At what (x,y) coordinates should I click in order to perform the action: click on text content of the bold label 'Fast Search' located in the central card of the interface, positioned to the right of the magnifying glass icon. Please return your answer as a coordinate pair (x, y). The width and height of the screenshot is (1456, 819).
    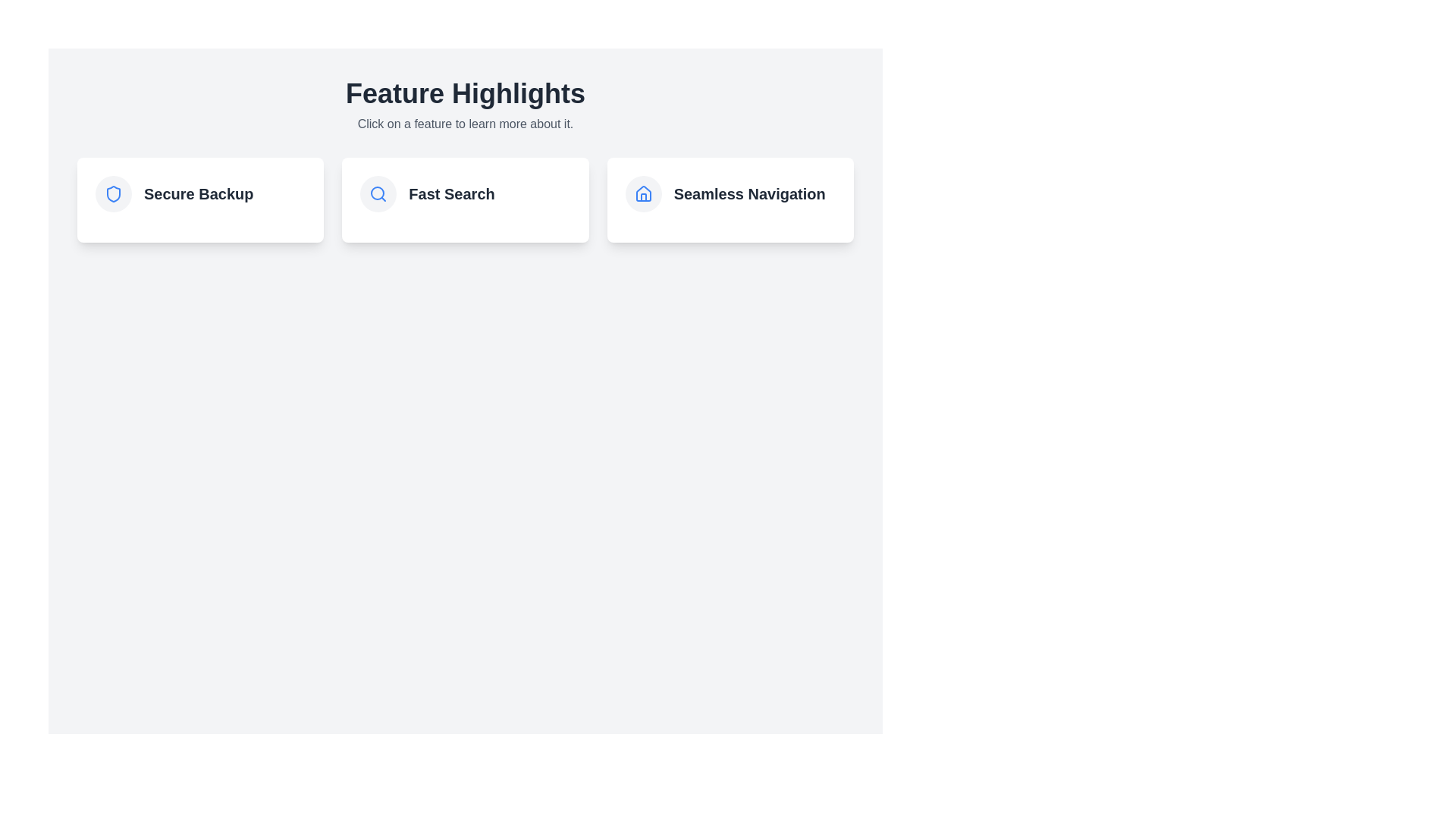
    Looking at the image, I should click on (450, 193).